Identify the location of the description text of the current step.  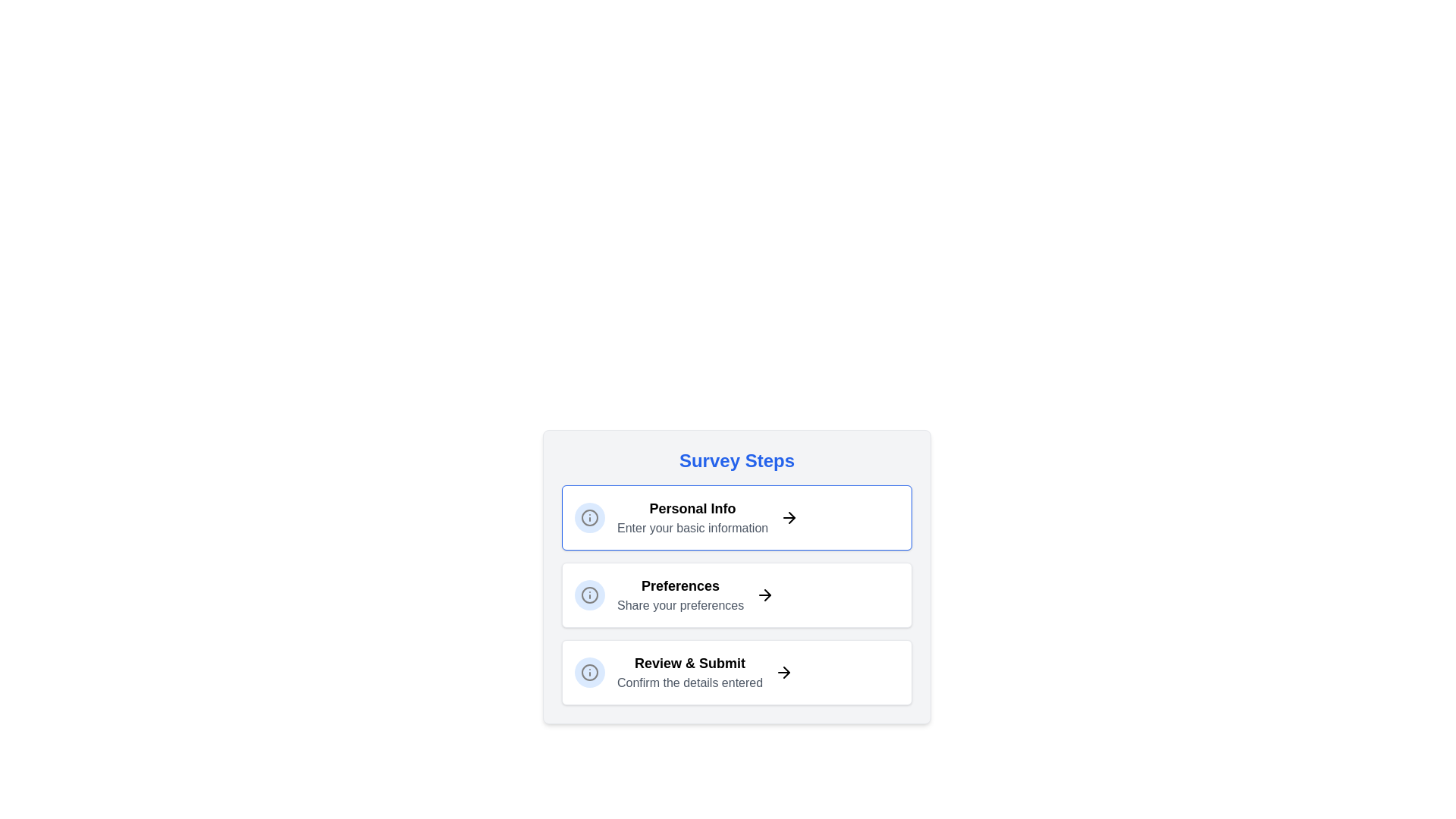
(692, 516).